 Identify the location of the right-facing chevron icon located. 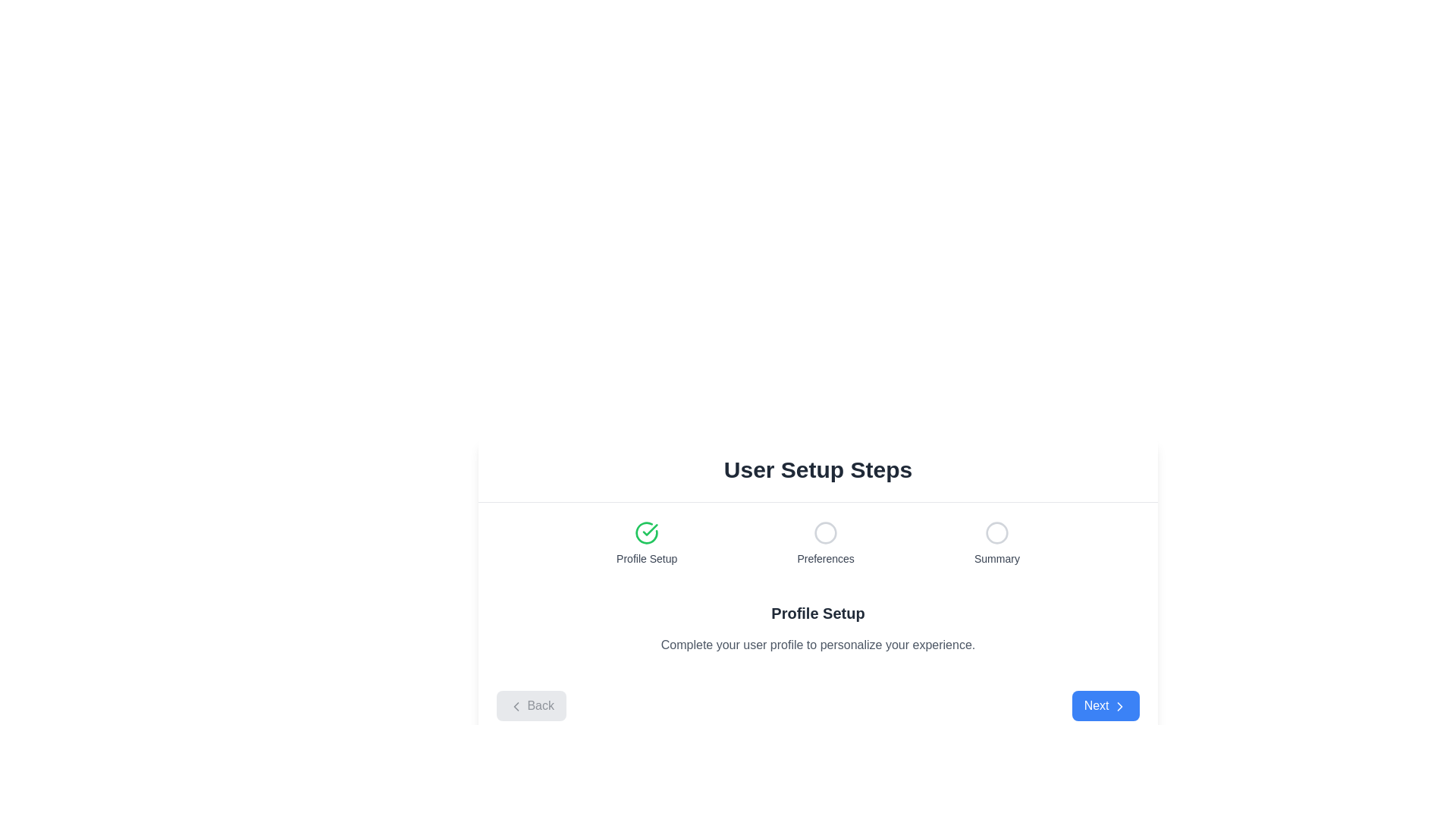
(1120, 705).